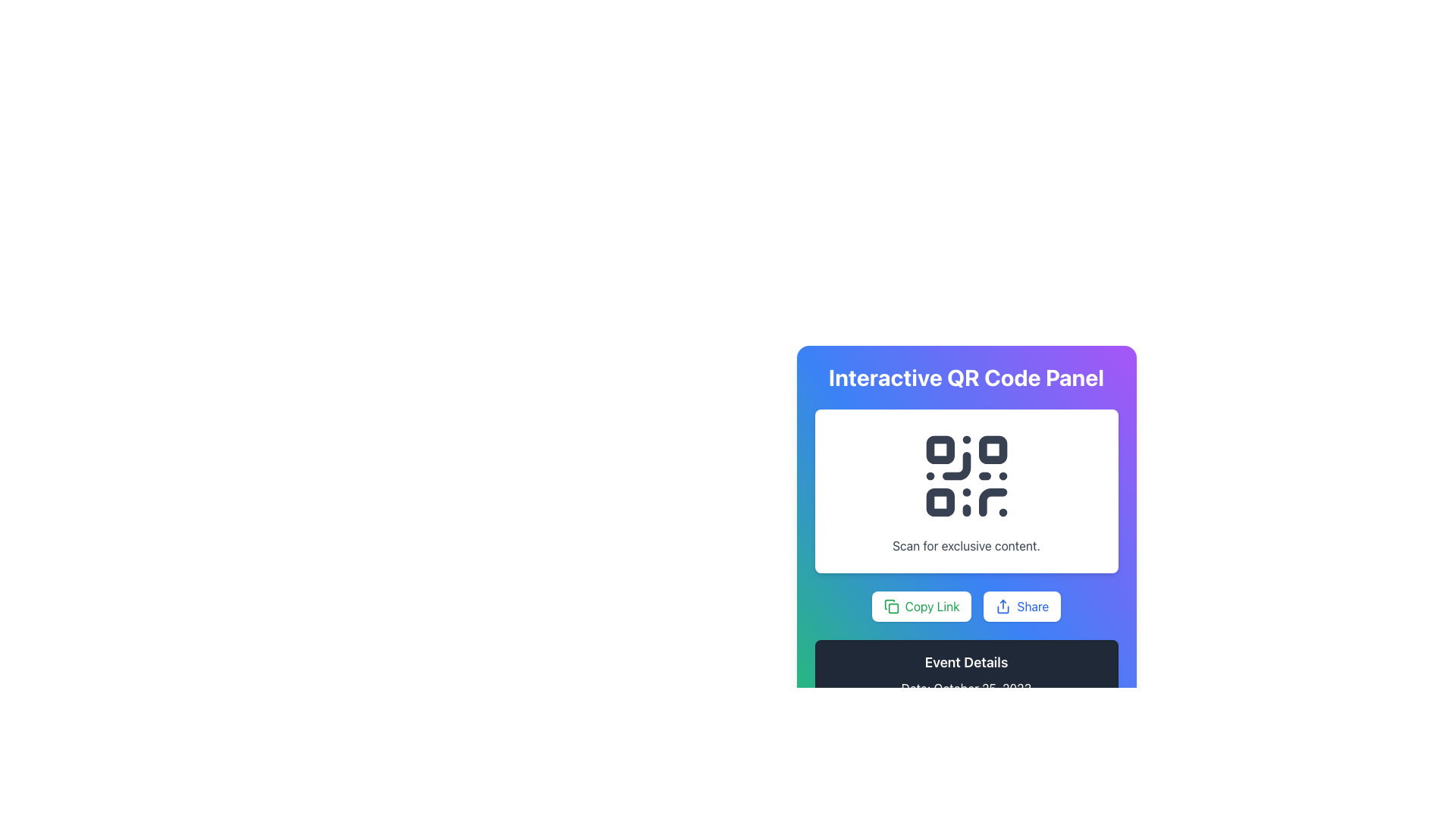 The image size is (1456, 819). Describe the element at coordinates (939, 502) in the screenshot. I see `the bottom-left square component of the QR code in the 'Interactive QR Code Panel' card` at that location.